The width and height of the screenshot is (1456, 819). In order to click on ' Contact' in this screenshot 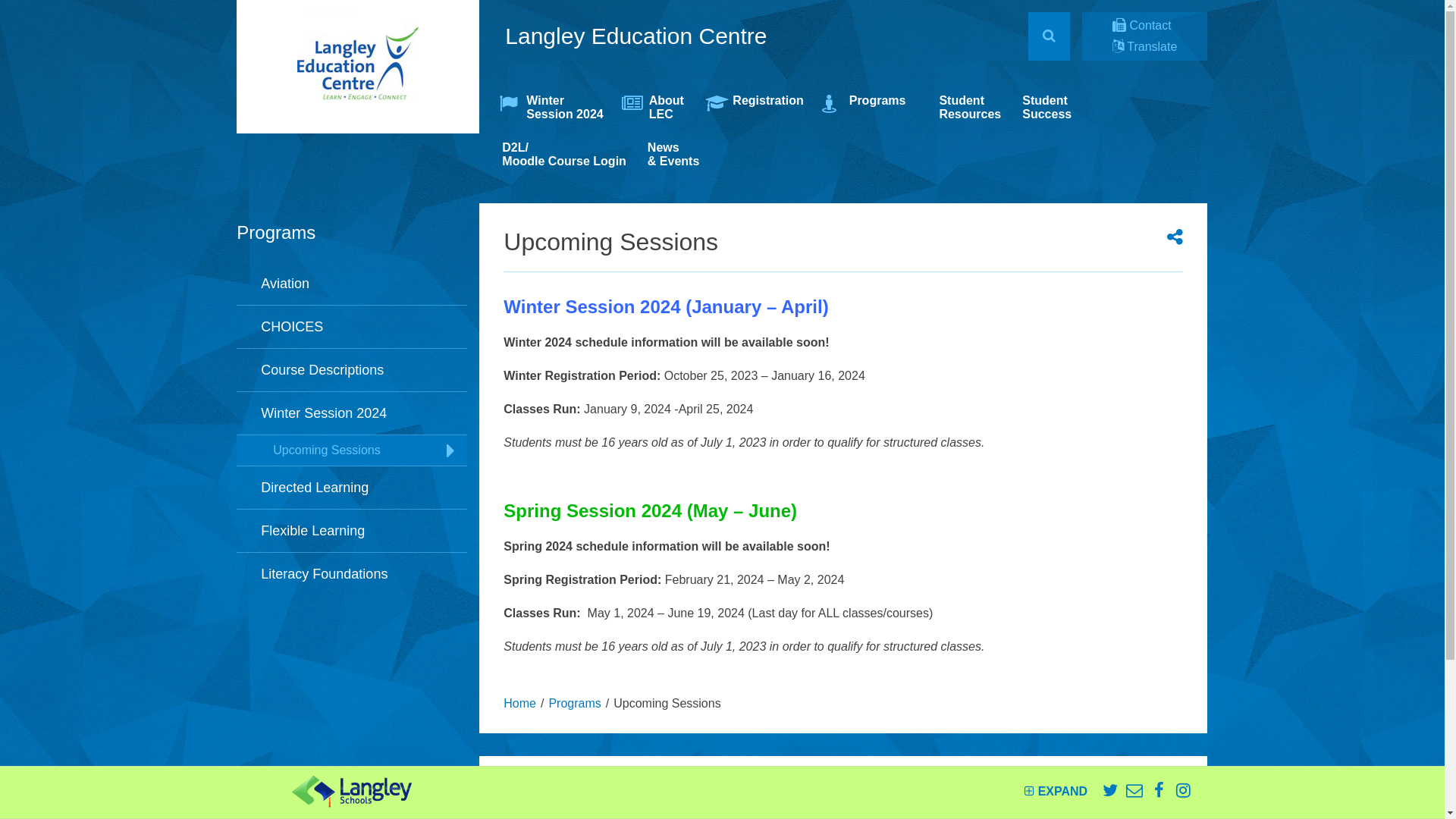, I will do `click(1142, 25)`.